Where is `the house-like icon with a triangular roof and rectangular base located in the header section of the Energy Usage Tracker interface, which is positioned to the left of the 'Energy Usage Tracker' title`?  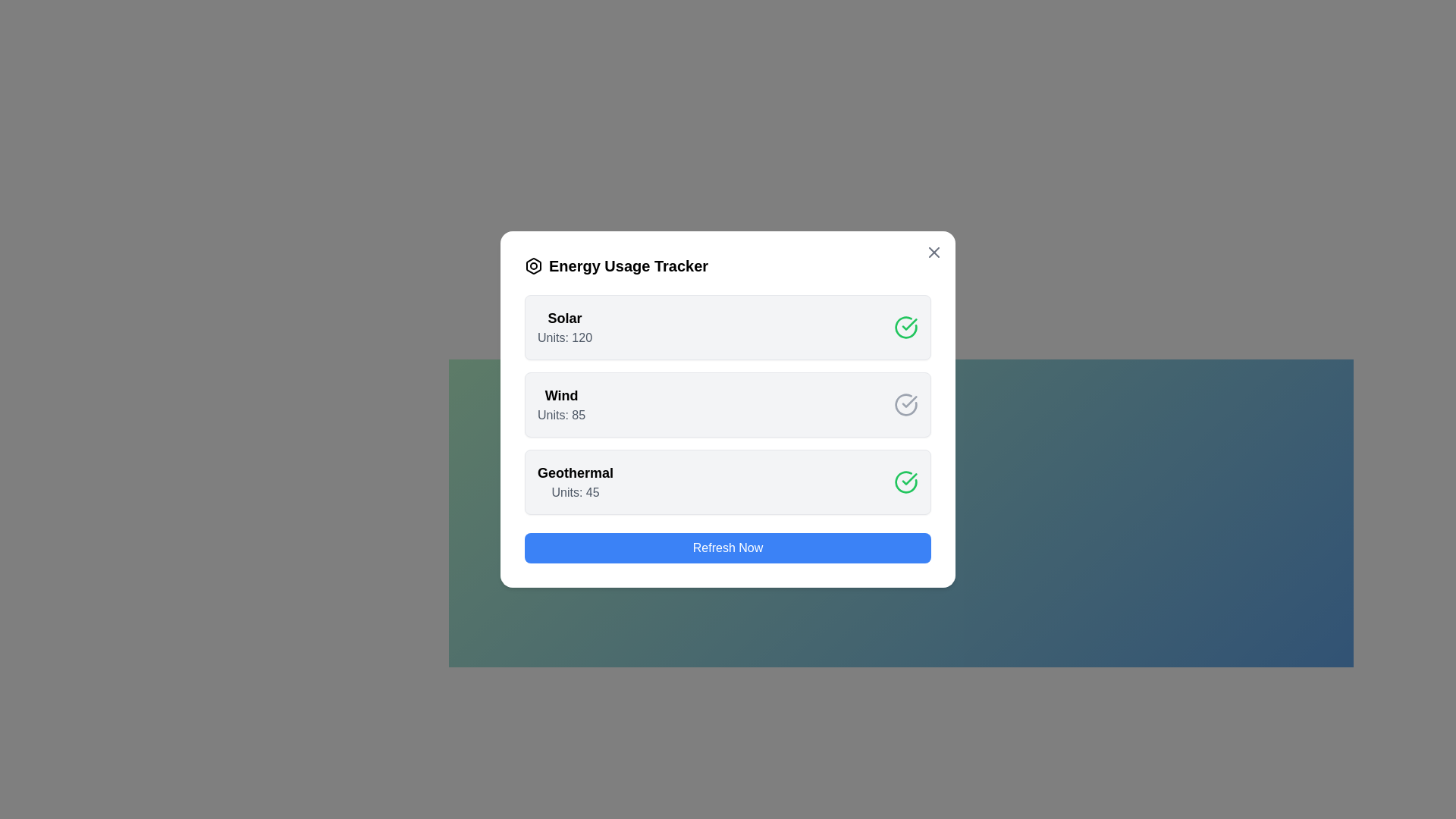
the house-like icon with a triangular roof and rectangular base located in the header section of the Energy Usage Tracker interface, which is positioned to the left of the 'Energy Usage Tracker' title is located at coordinates (534, 265).